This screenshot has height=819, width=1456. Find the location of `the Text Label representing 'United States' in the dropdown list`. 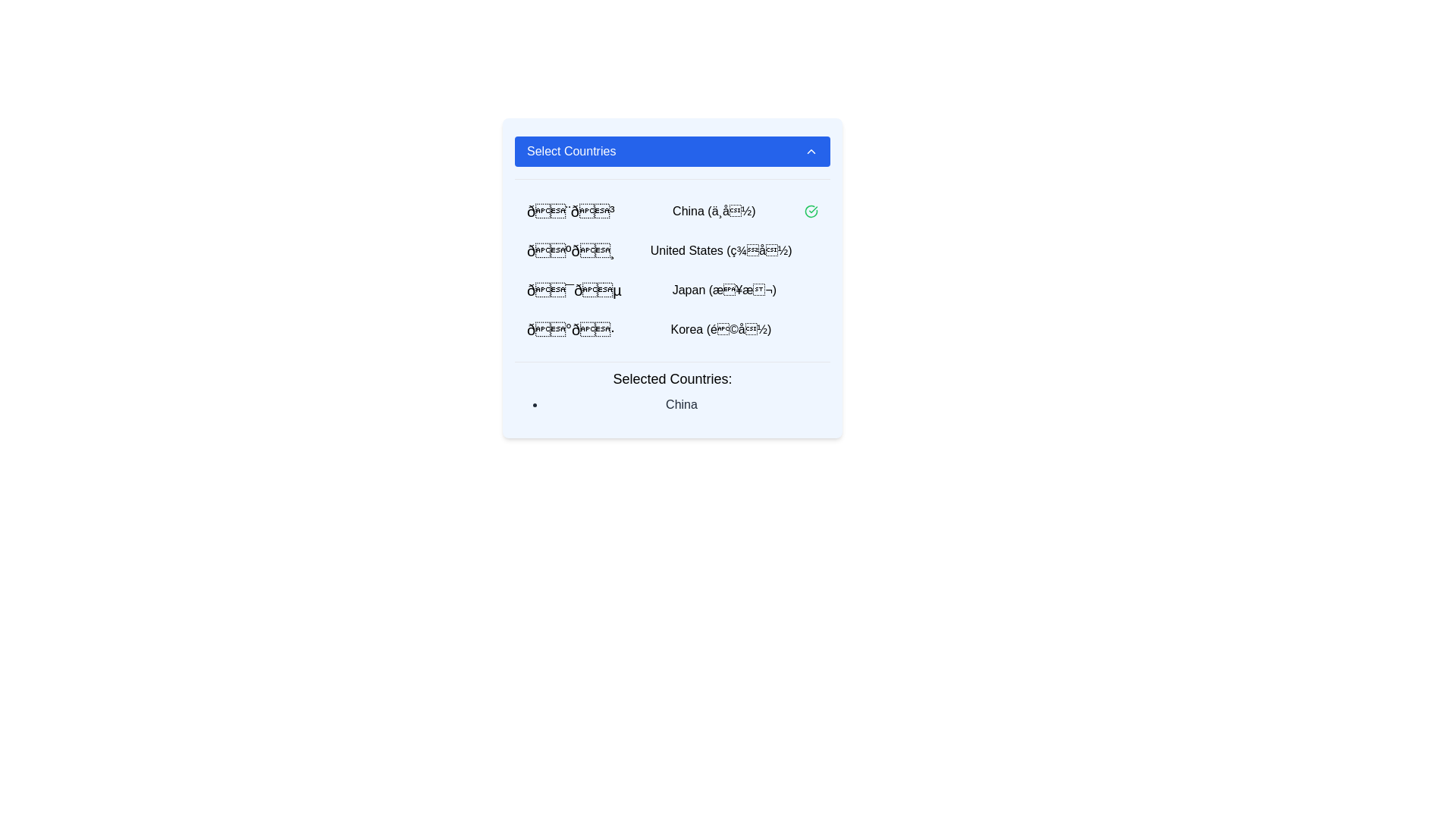

the Text Label representing 'United States' in the dropdown list is located at coordinates (720, 250).